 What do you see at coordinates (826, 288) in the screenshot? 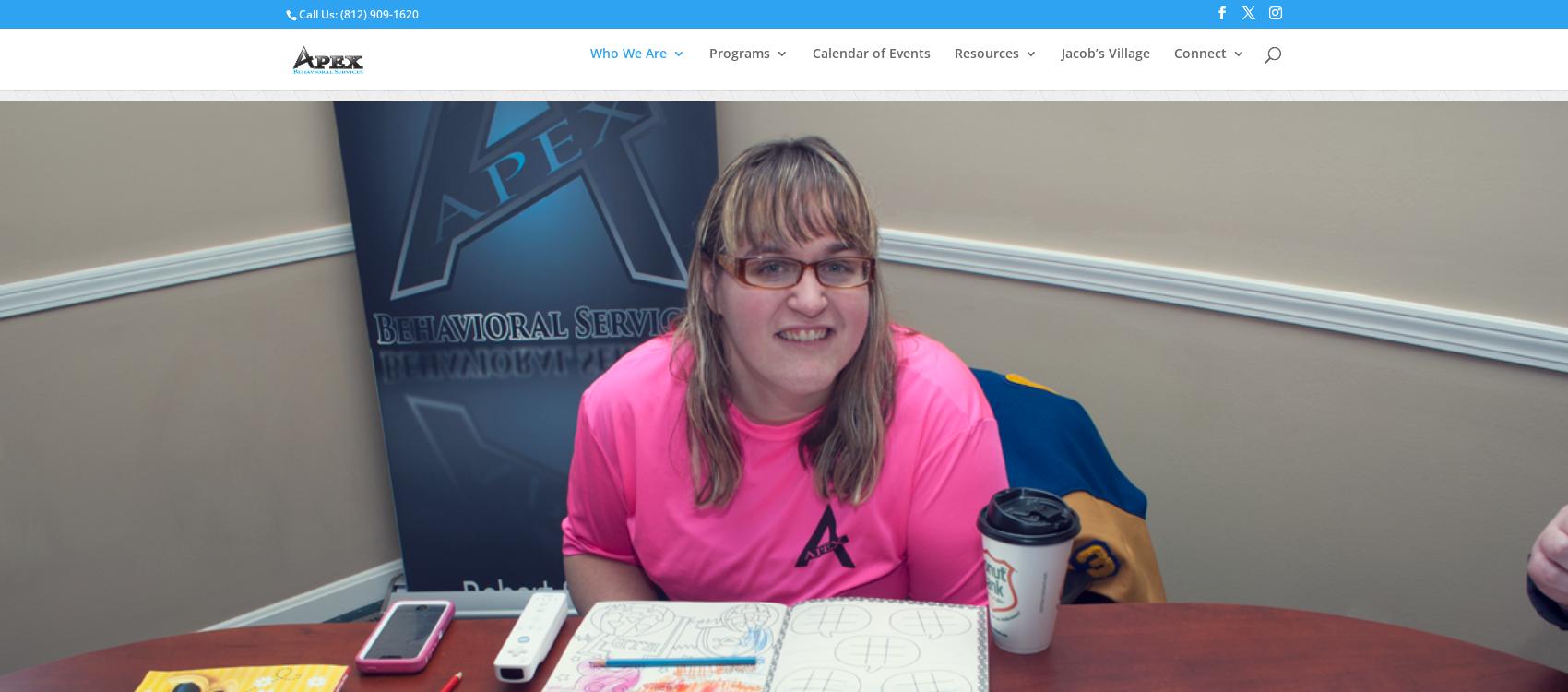
I see `'Residential Services'` at bounding box center [826, 288].